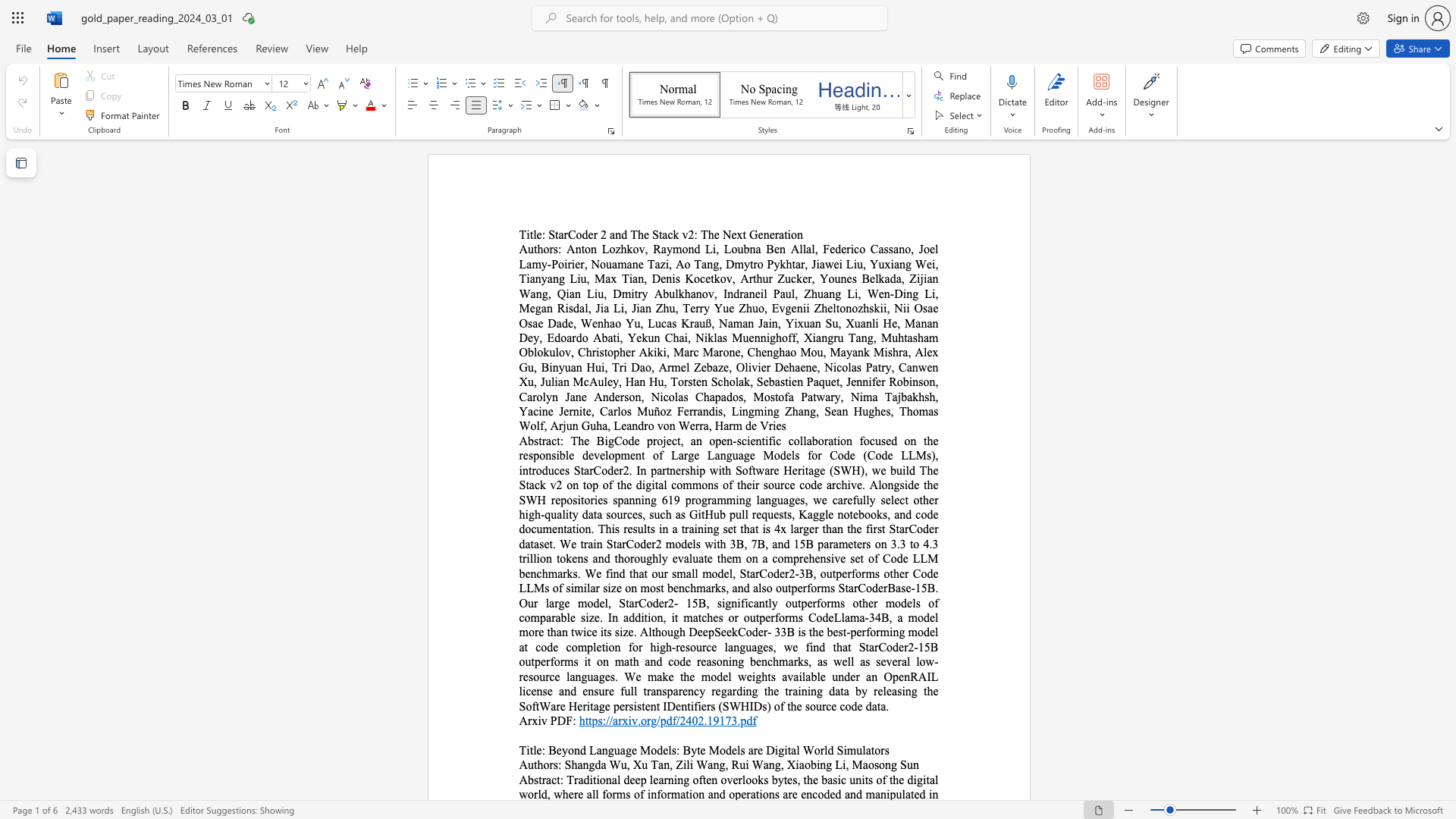  Describe the element at coordinates (676, 381) in the screenshot. I see `the subset text "orsten Scholak, Sebastien Paquet, Jennifer Robinson, Carolyn Jane Anderso" within the text "Anton Lozhkov, Raymond Li, Loubna Ben Allal, Federico Cassano, Joel Lamy-Poirier, Nouamane Tazi, Ao Tang, Dmytro Pykhtar, Jiawei Liu, Yuxiang Wei, Tianyang Liu, Max Tian, Denis Kocetkov, Arthur Zucker, Younes Belkada, Zijian Wang, Qian Liu, Dmitry Abulkhanov, Indraneil Paul, Zhuang Li, Wen-Ding Li, Megan Risdal, Jia Li, Jian Zhu, Terry Yue Zhuo, Evgenii Zheltonozhskii, Nii Osae Osae Dade, Wenhao Yu, Lucas Krauß, Naman Jain, Yixuan Su, Xuanli He, Manan Dey, Edoardo Abati, Yekun Chai, Niklas Muennighoff, Xiangru Tang, Muhtasham Oblokulov, Christopher Akiki, Marc Marone, Chenghao Mou, Mayank Mishra, Alex Gu, Binyuan Hui, Tri Dao, Armel Zebaze, Olivier Dehaene, Nicolas Patry, Canwen Xu, Julian McAuley, Han Hu, Torsten Scholak, Sebastien Paquet, Jennifer Robinson, Carolyn Jane Anderson, Nicolas Chapados, Mostofa Patwary, Nima Tajbakhsh, Yacine Jernite, Carlos Muñoz Ferrandis, Lingming Zhang, Sean Hughes, Thomas Wolf, Arjun Guha, Leandro von Werra, Harm de Vries"` at that location.